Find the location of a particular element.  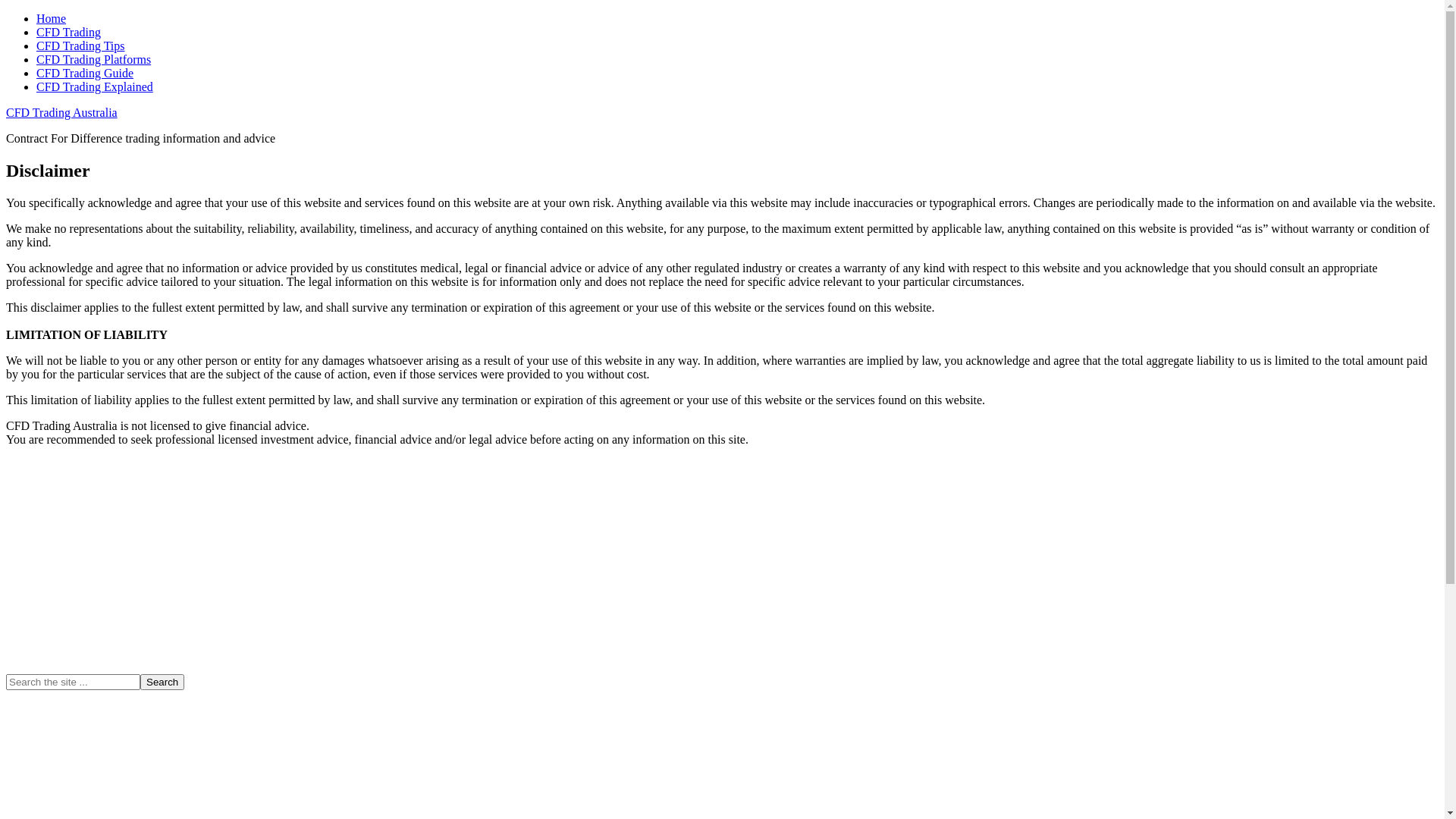

'Home' is located at coordinates (51, 18).